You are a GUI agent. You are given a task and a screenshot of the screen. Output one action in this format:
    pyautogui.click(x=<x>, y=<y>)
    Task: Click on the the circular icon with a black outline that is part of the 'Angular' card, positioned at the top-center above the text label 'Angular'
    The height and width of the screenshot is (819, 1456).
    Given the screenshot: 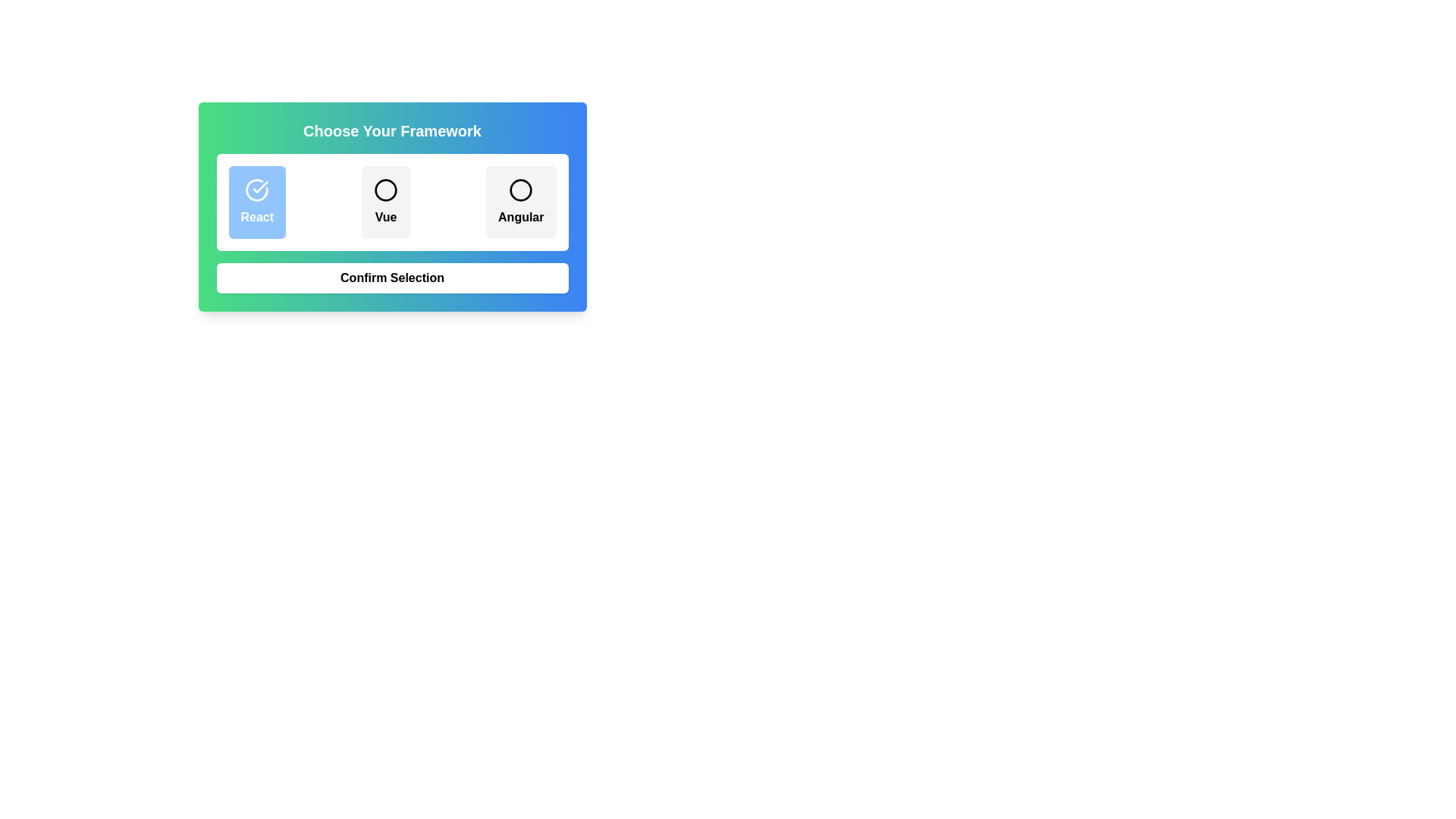 What is the action you would take?
    pyautogui.click(x=521, y=189)
    